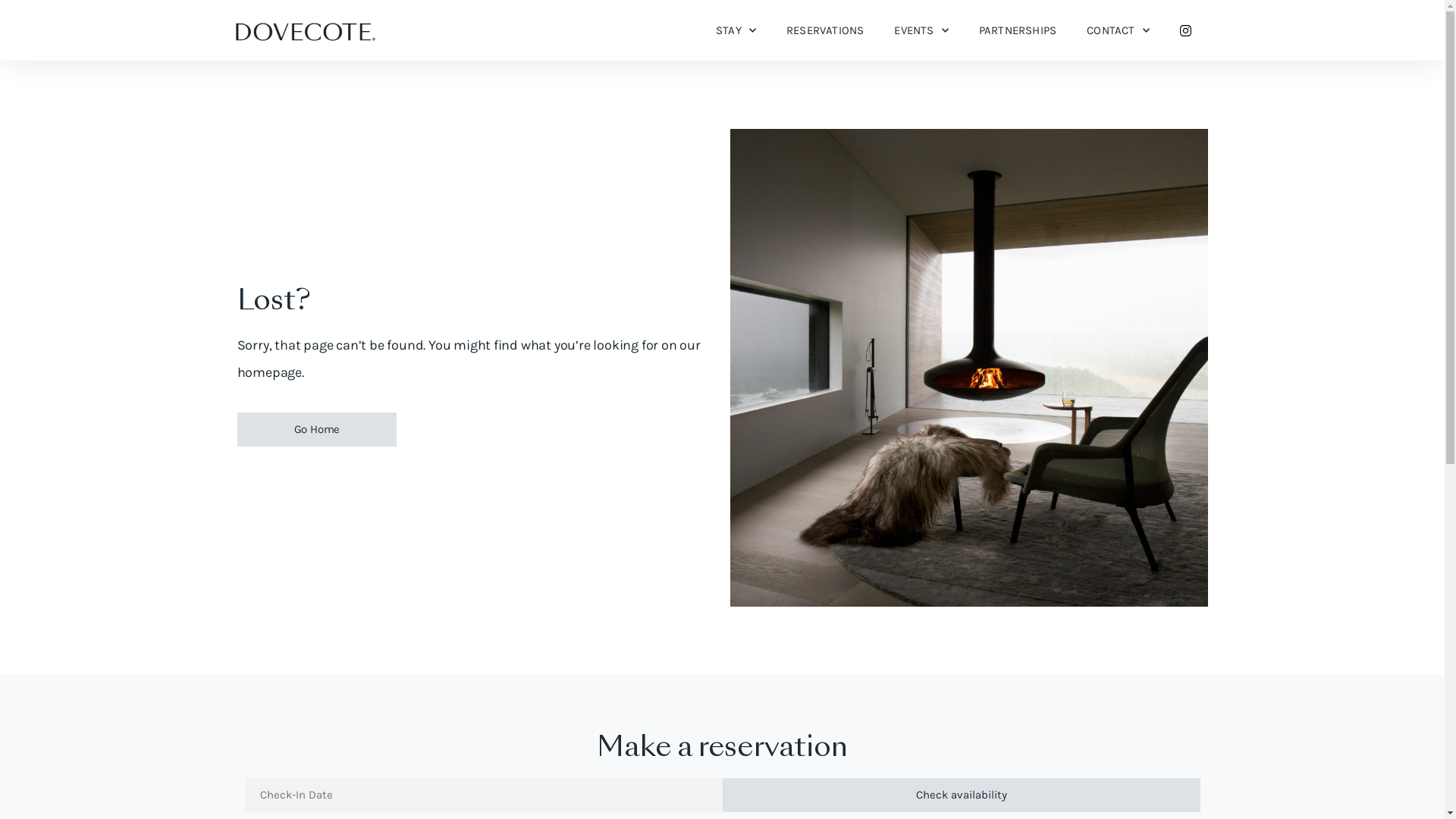 The image size is (1456, 819). What do you see at coordinates (1189, 30) in the screenshot?
I see `' '` at bounding box center [1189, 30].